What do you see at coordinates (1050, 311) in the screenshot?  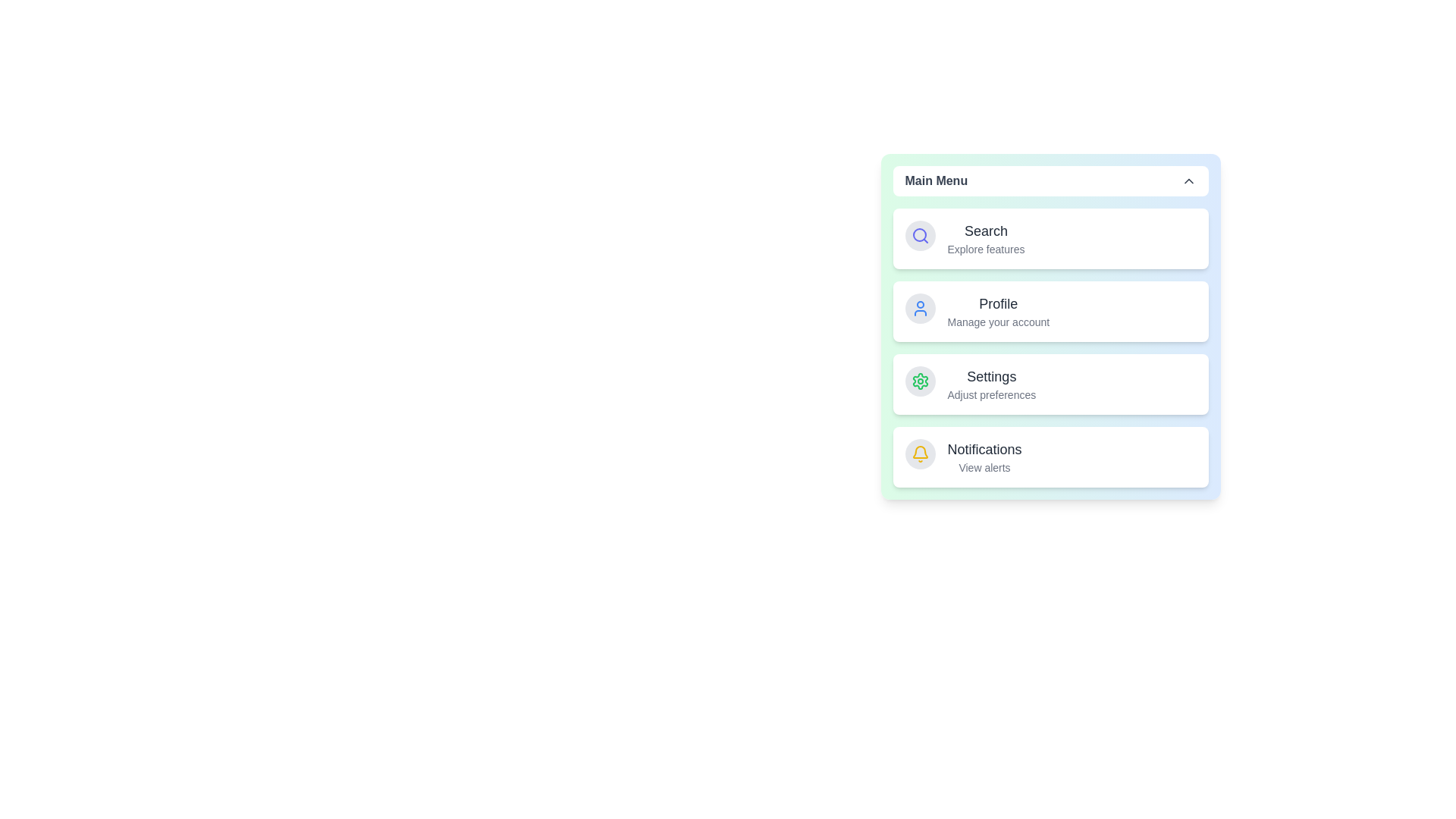 I see `the menu item corresponding to Profile` at bounding box center [1050, 311].